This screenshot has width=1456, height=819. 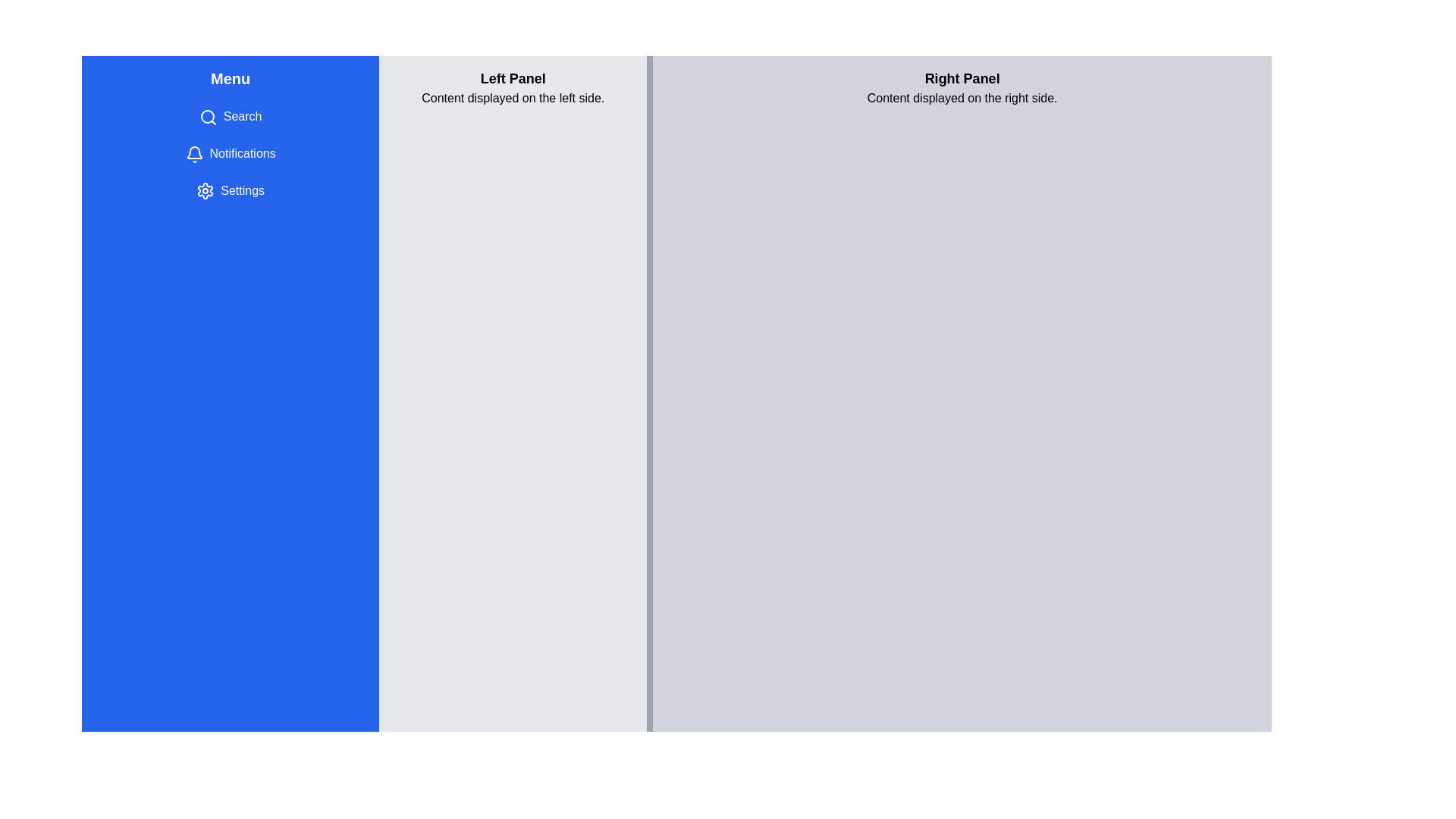 I want to click on the settings icon located in the bottom section of the left sidebar, adjacent to the 'Settings' text label, so click(x=205, y=190).